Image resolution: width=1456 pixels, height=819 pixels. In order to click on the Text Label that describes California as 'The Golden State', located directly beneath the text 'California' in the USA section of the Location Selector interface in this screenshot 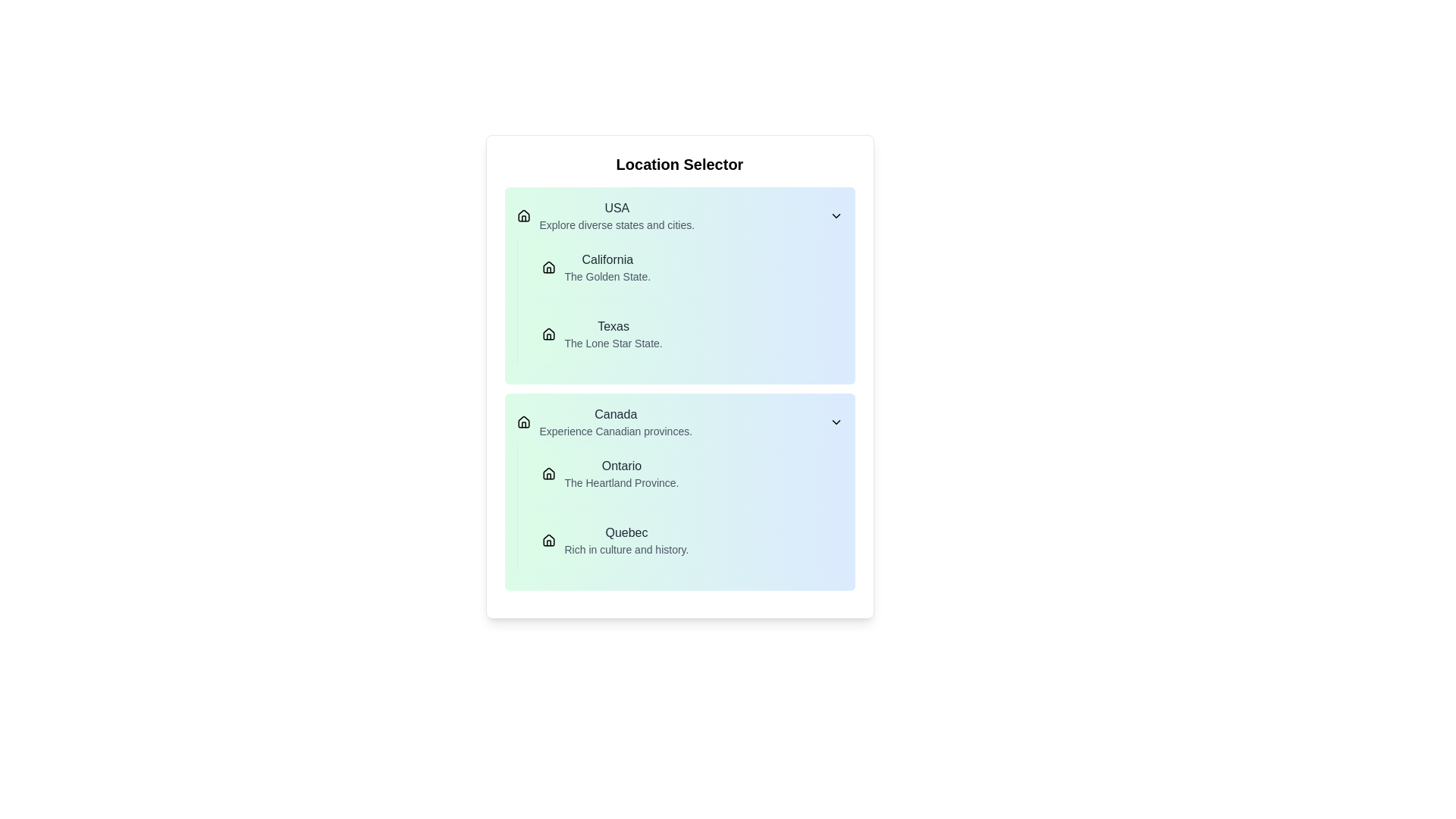, I will do `click(607, 277)`.